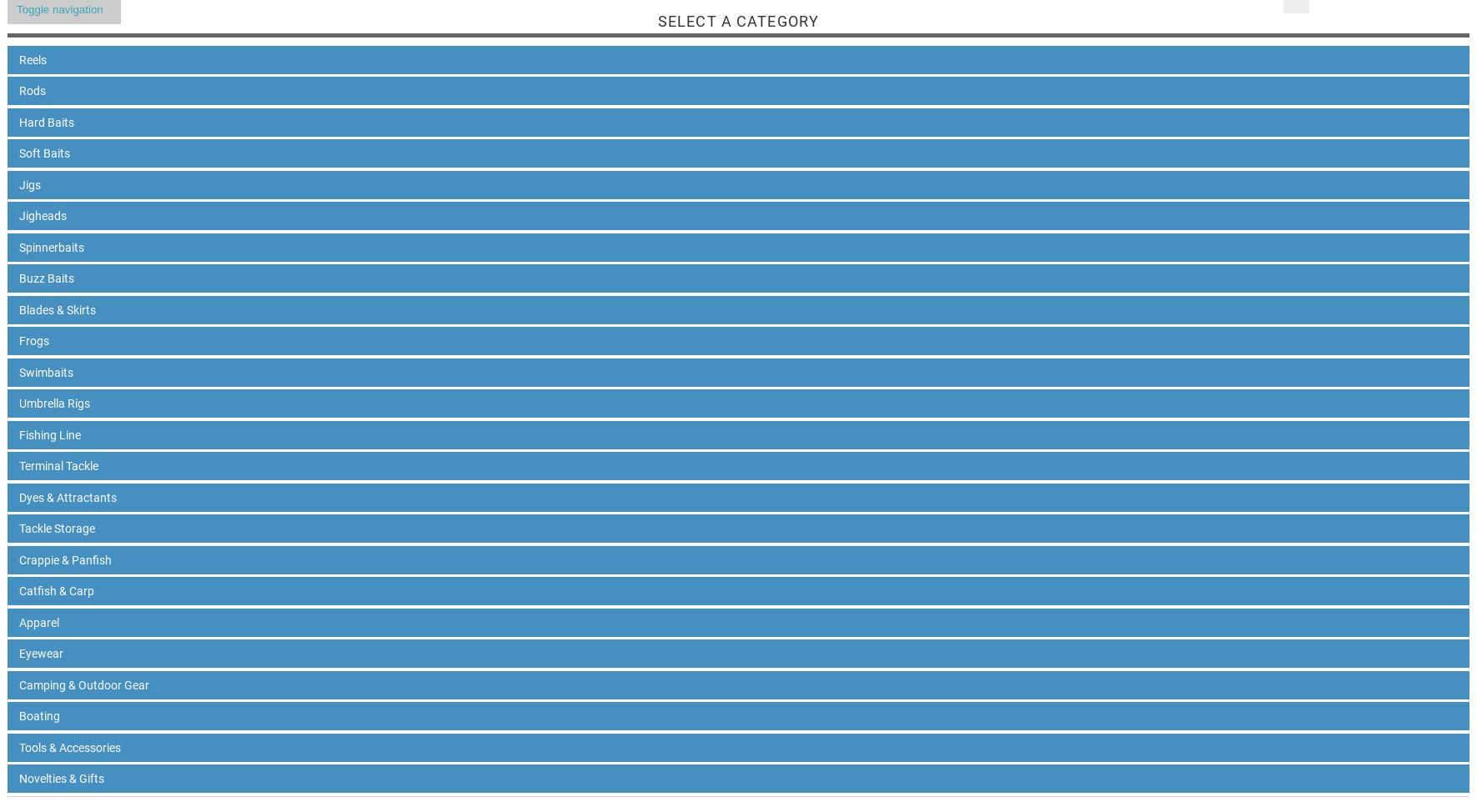  What do you see at coordinates (43, 153) in the screenshot?
I see `'Soft Baits'` at bounding box center [43, 153].